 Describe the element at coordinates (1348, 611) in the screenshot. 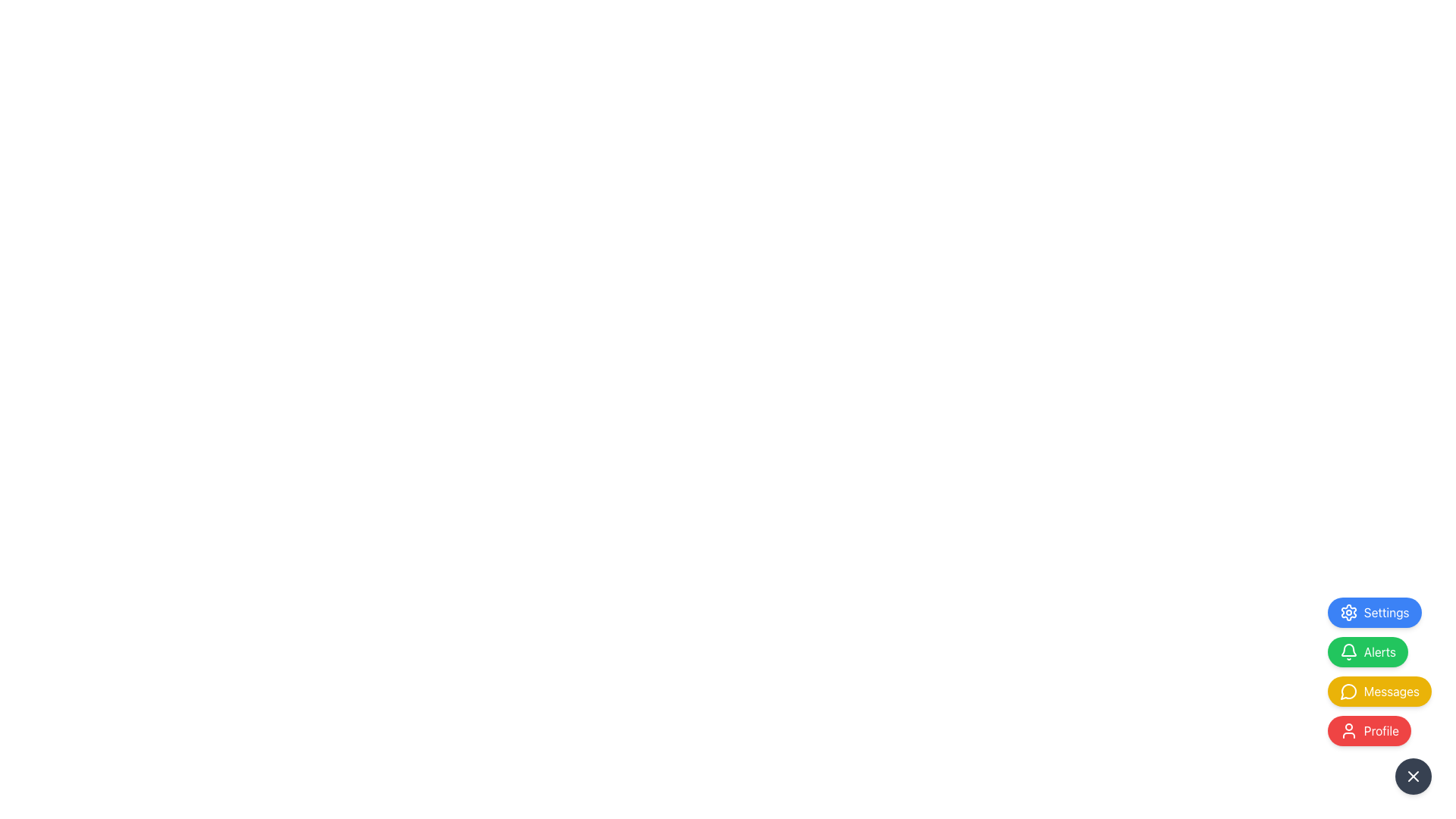

I see `the settings gear icon located at the bottom-right corner of the interface` at that location.